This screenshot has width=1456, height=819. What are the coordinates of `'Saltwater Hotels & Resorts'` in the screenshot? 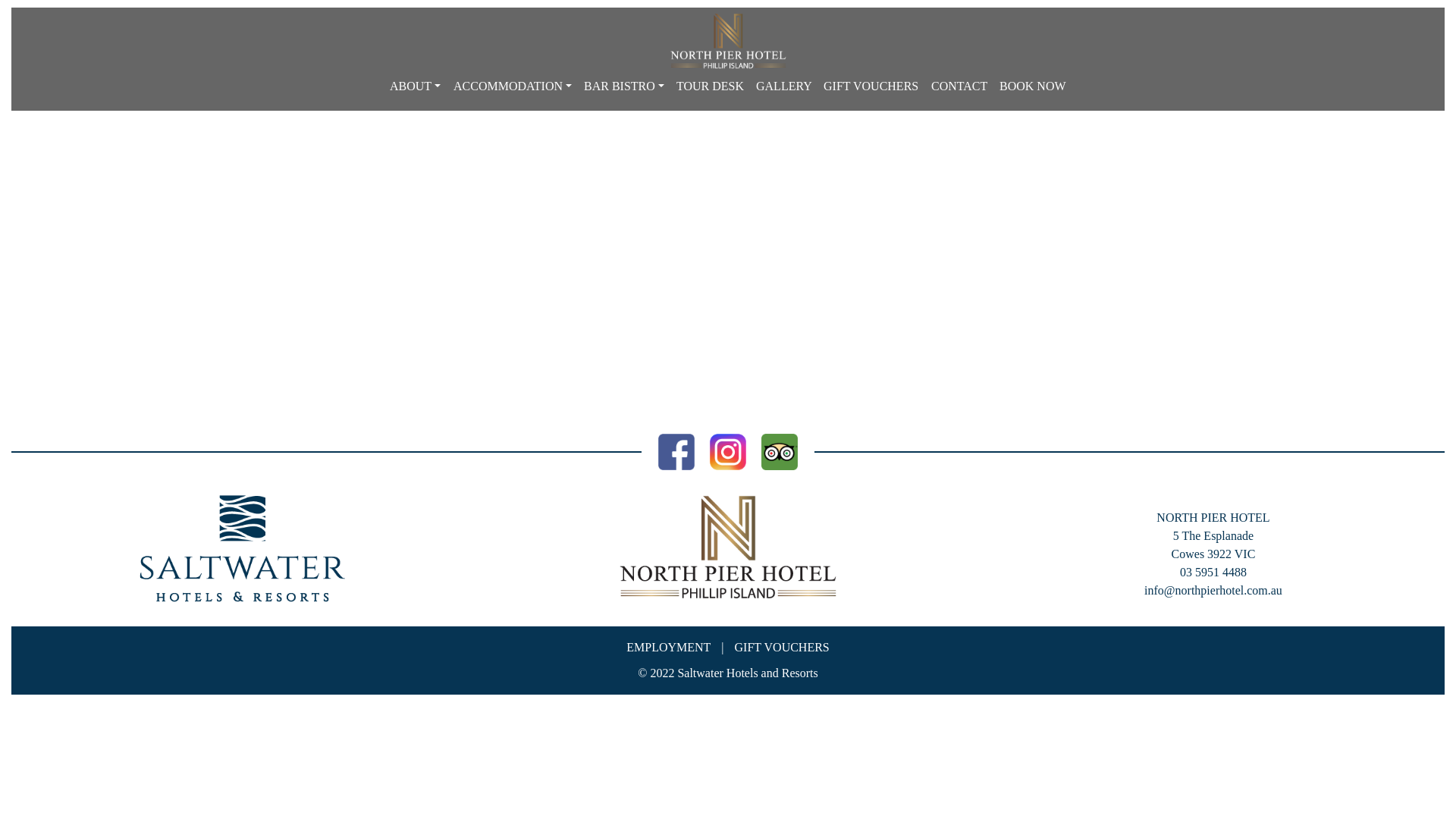 It's located at (243, 548).